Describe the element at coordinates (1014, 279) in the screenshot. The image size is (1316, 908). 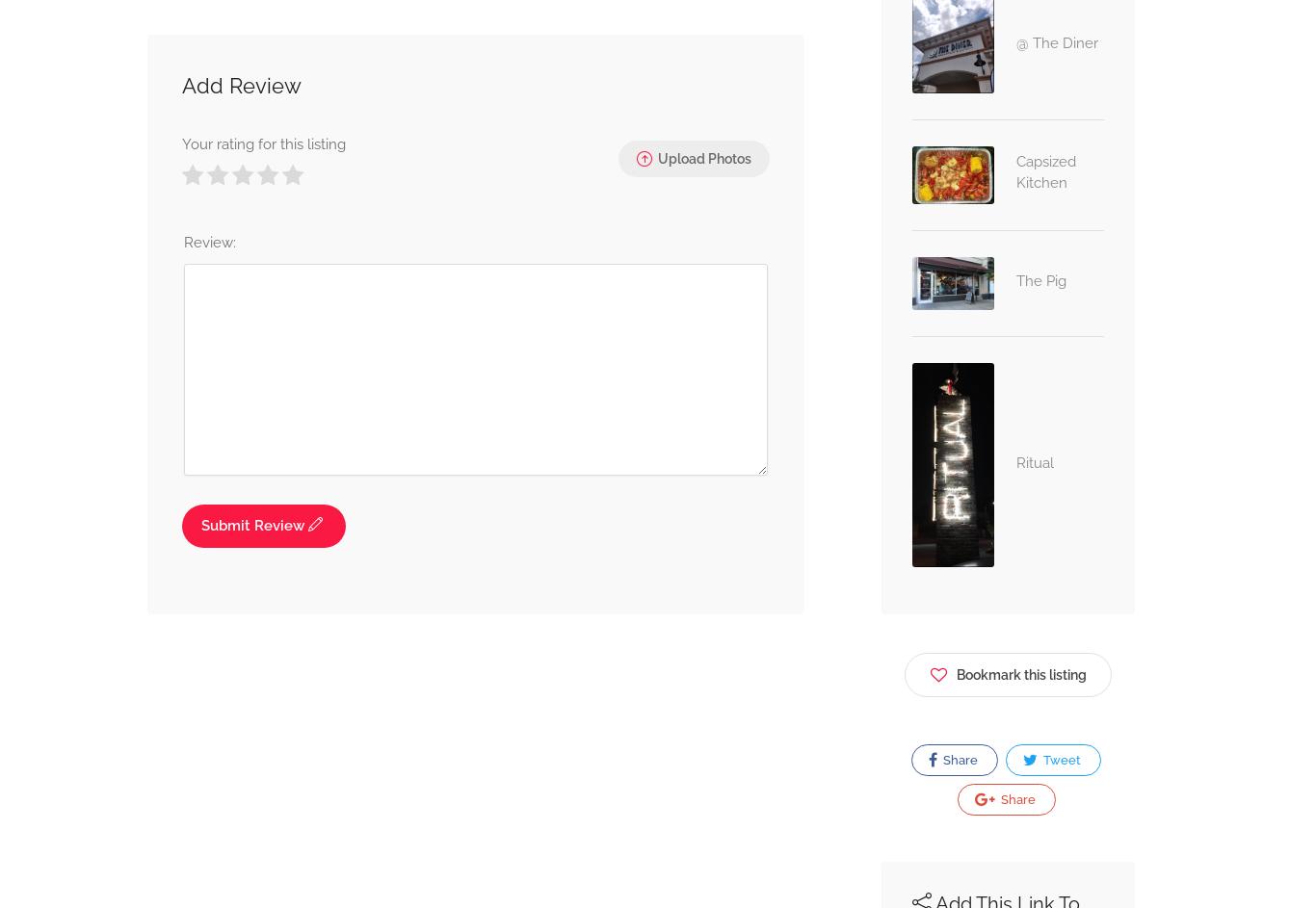
I see `'The Pig'` at that location.